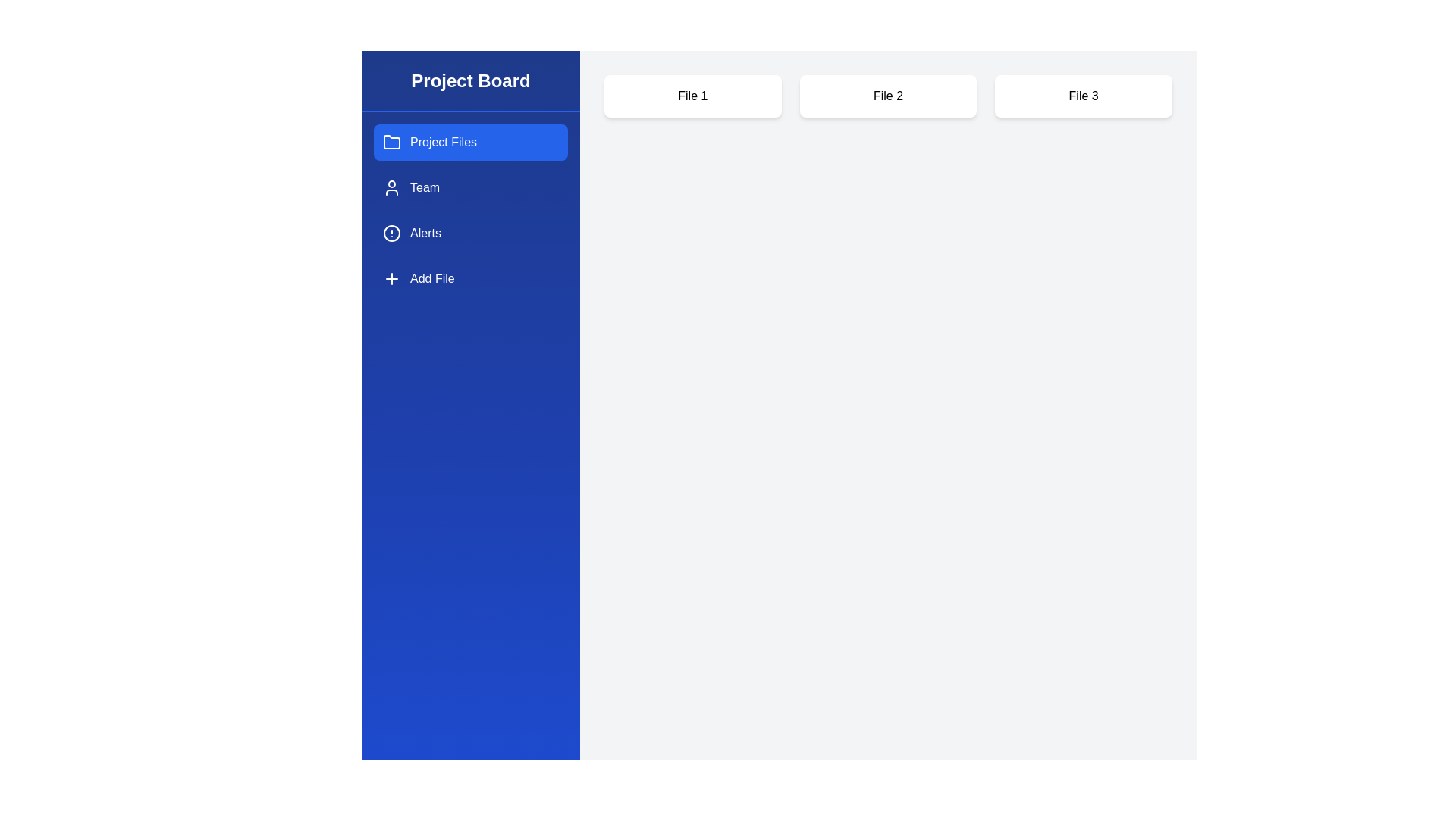 The image size is (1456, 819). I want to click on folder-shaped icon located at the leftmost part of the 'Project Files' button in the sidebar for UI debugging, so click(392, 143).